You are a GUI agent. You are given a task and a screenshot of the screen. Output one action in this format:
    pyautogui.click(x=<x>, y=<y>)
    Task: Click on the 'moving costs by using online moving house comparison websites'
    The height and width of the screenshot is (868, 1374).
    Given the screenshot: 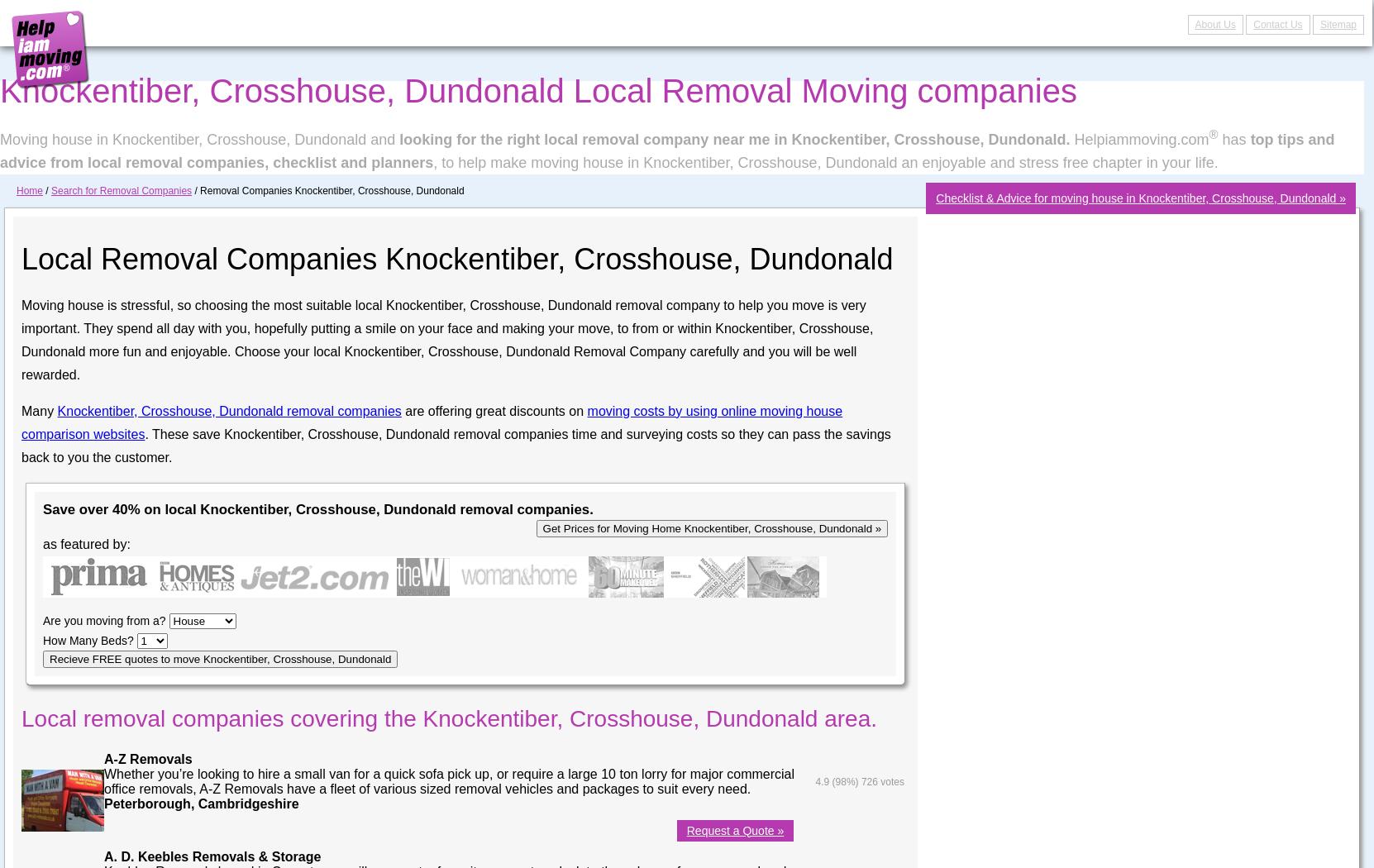 What is the action you would take?
    pyautogui.click(x=431, y=421)
    